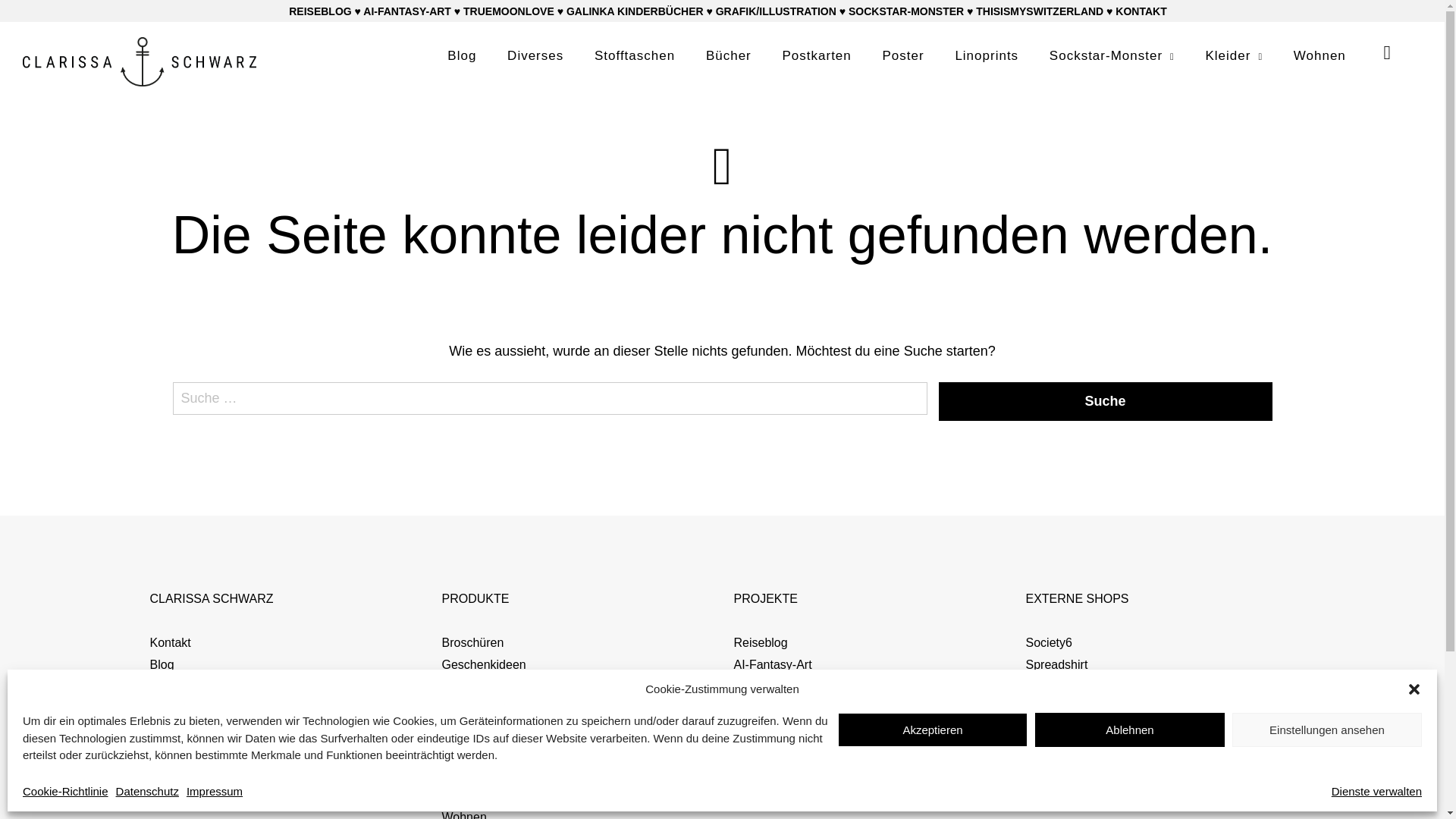 The image size is (1456, 819). I want to click on 'AI-Fantasy-Art', so click(734, 664).